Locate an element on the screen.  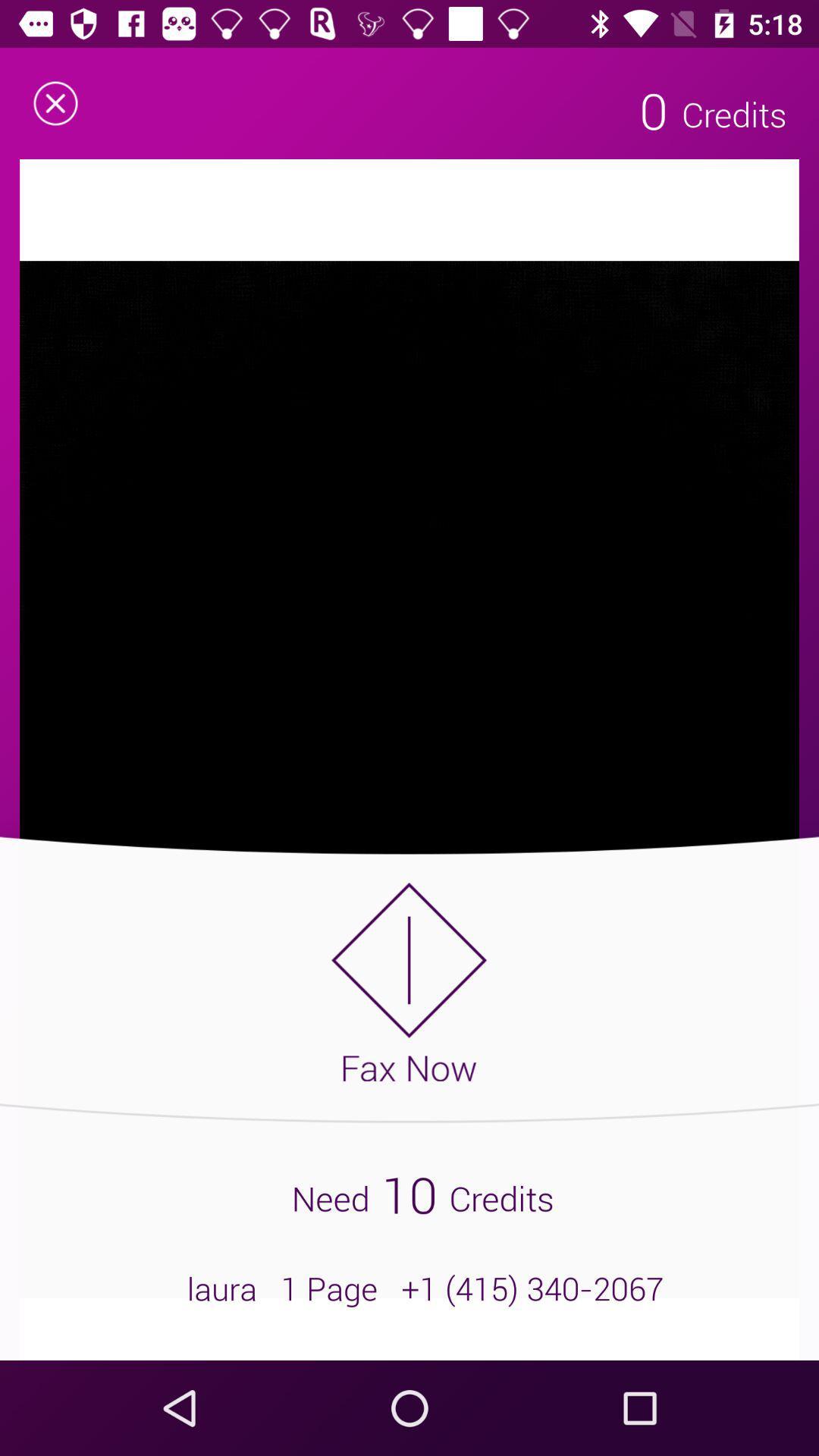
laura 1 page icon is located at coordinates (409, 1288).